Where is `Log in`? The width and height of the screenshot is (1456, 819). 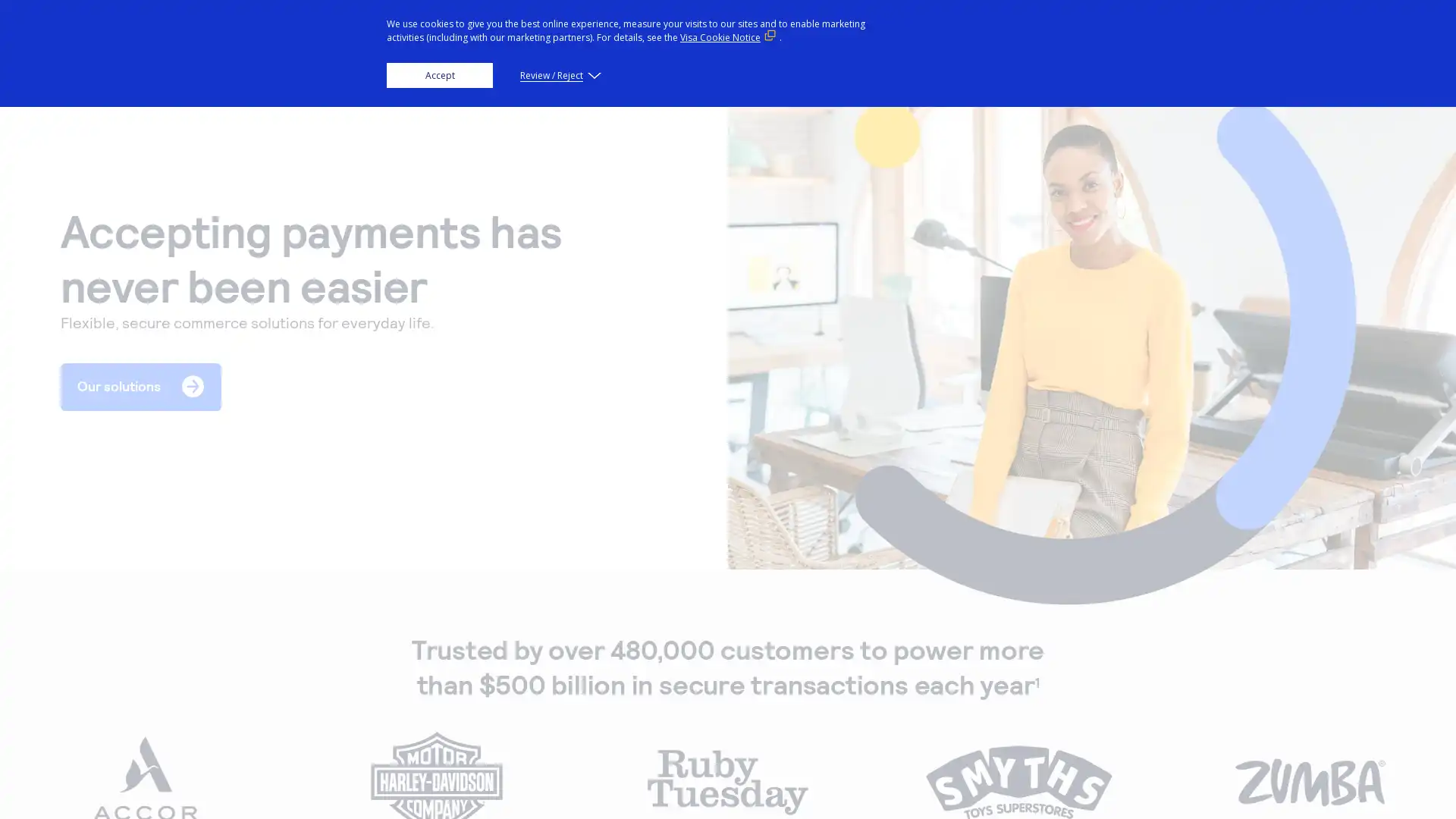 Log in is located at coordinates (1288, 31).